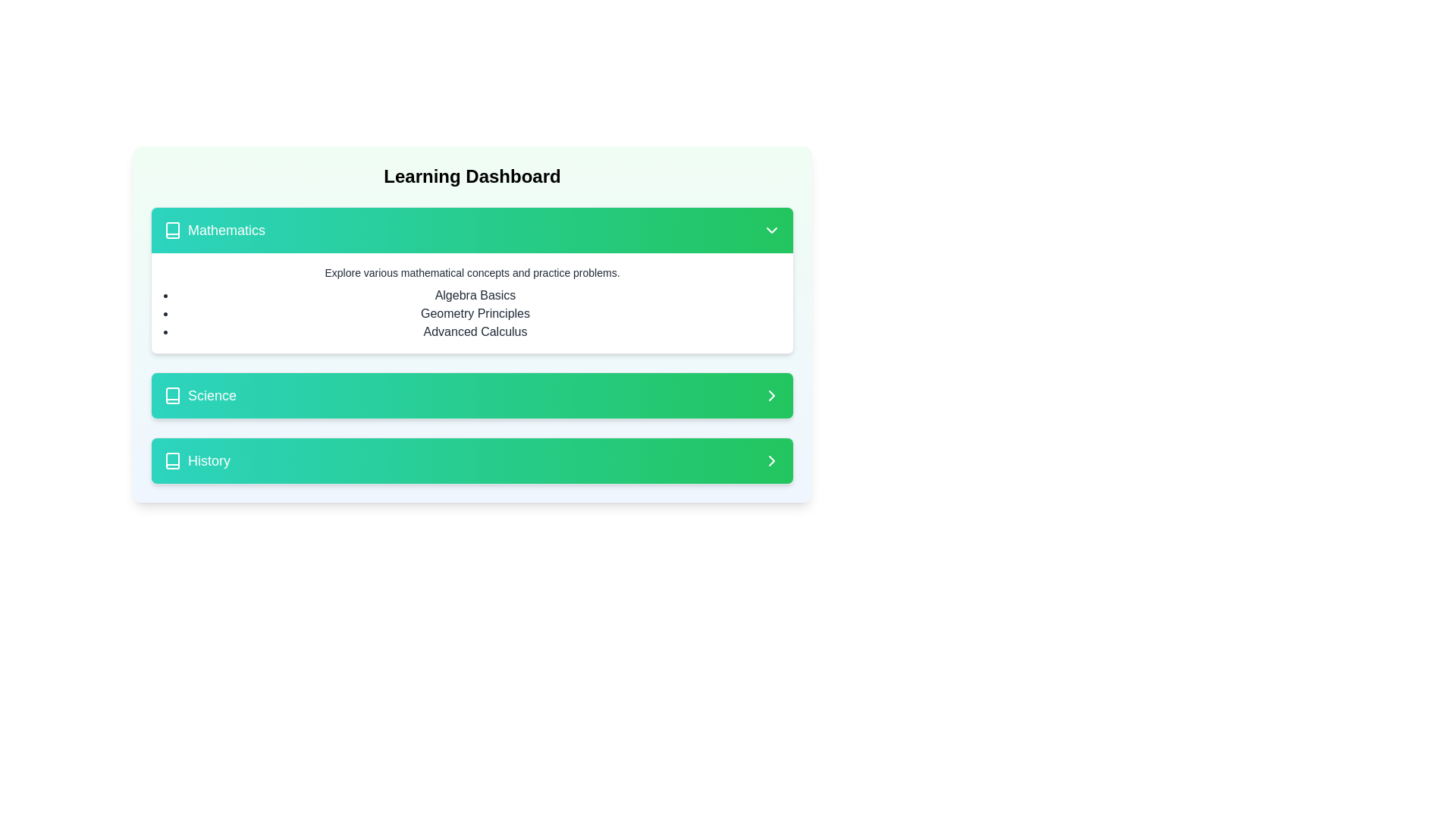  I want to click on listed topics from the first card in the vertical stack of subject categories on the Learning Dashboard interface, so click(472, 281).